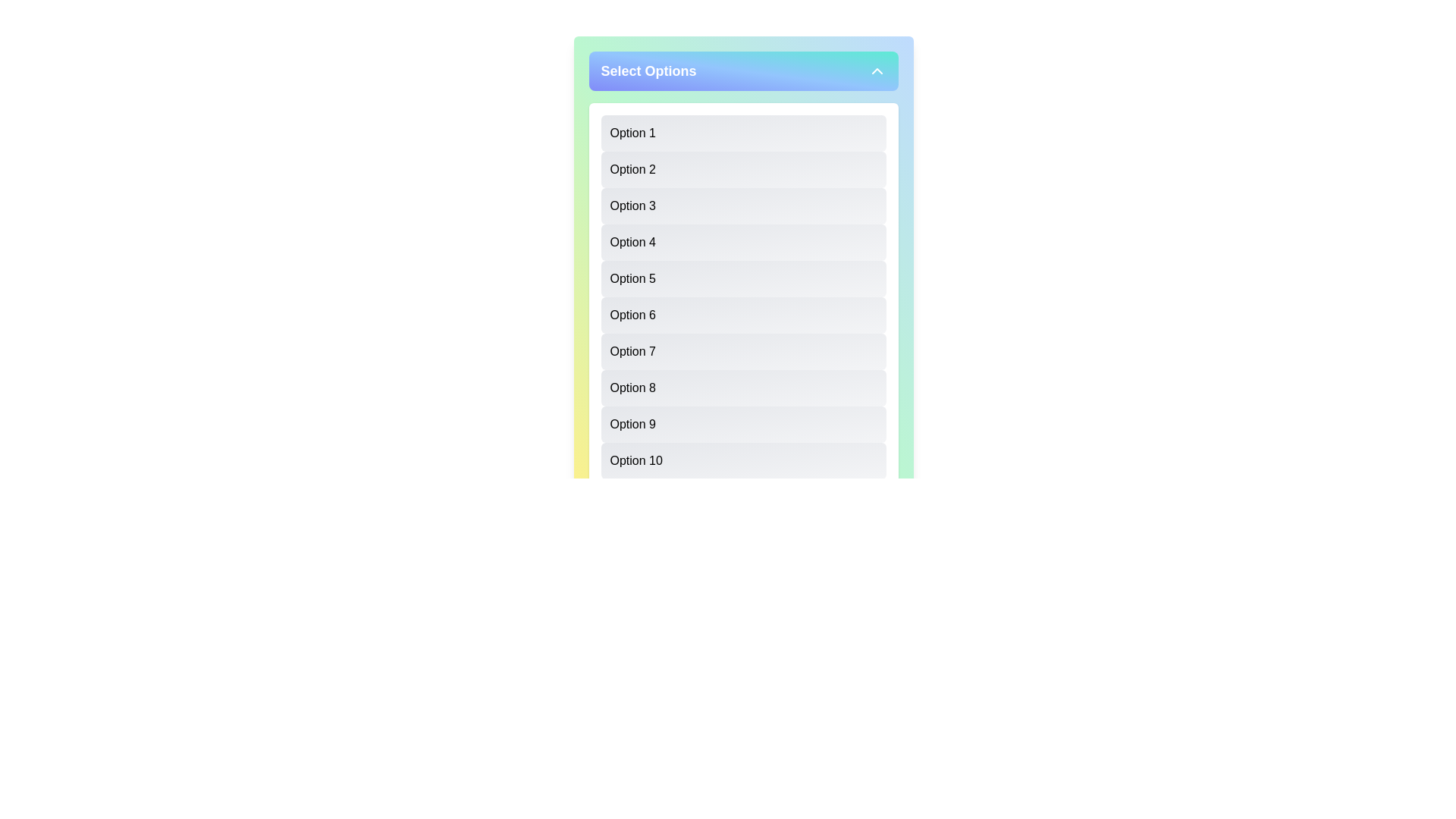 The image size is (1456, 819). Describe the element at coordinates (632, 242) in the screenshot. I see `the text label displaying 'Option 4'` at that location.